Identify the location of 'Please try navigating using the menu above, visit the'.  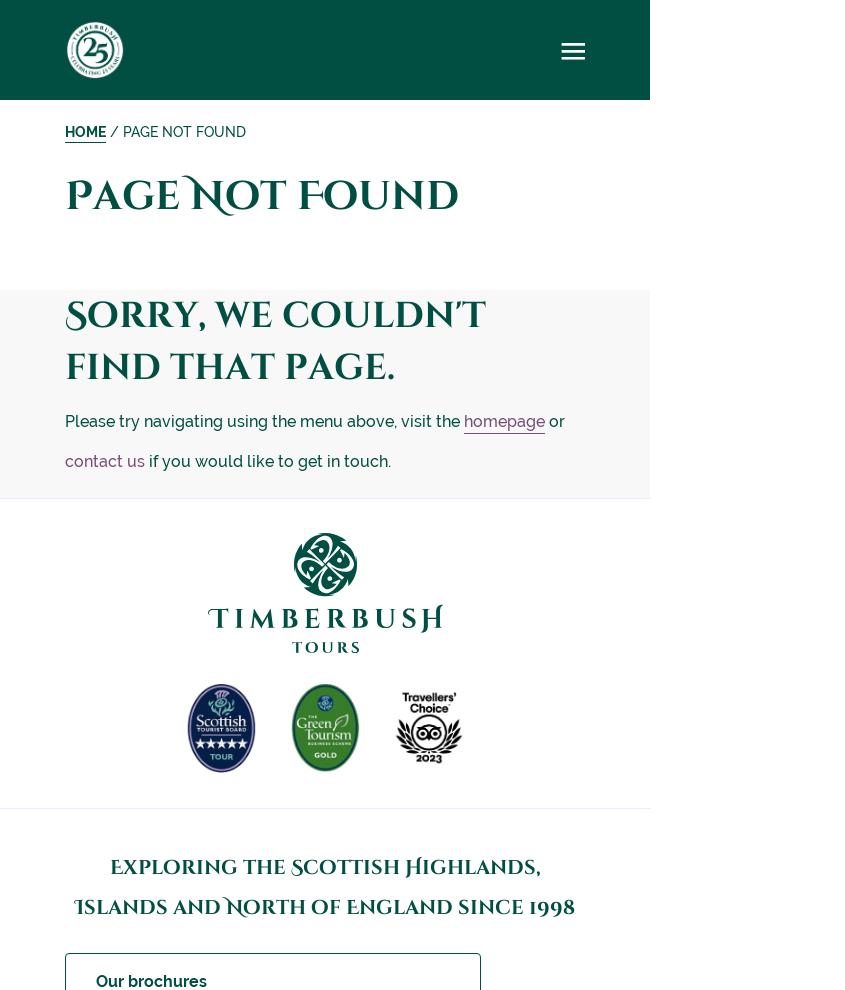
(264, 420).